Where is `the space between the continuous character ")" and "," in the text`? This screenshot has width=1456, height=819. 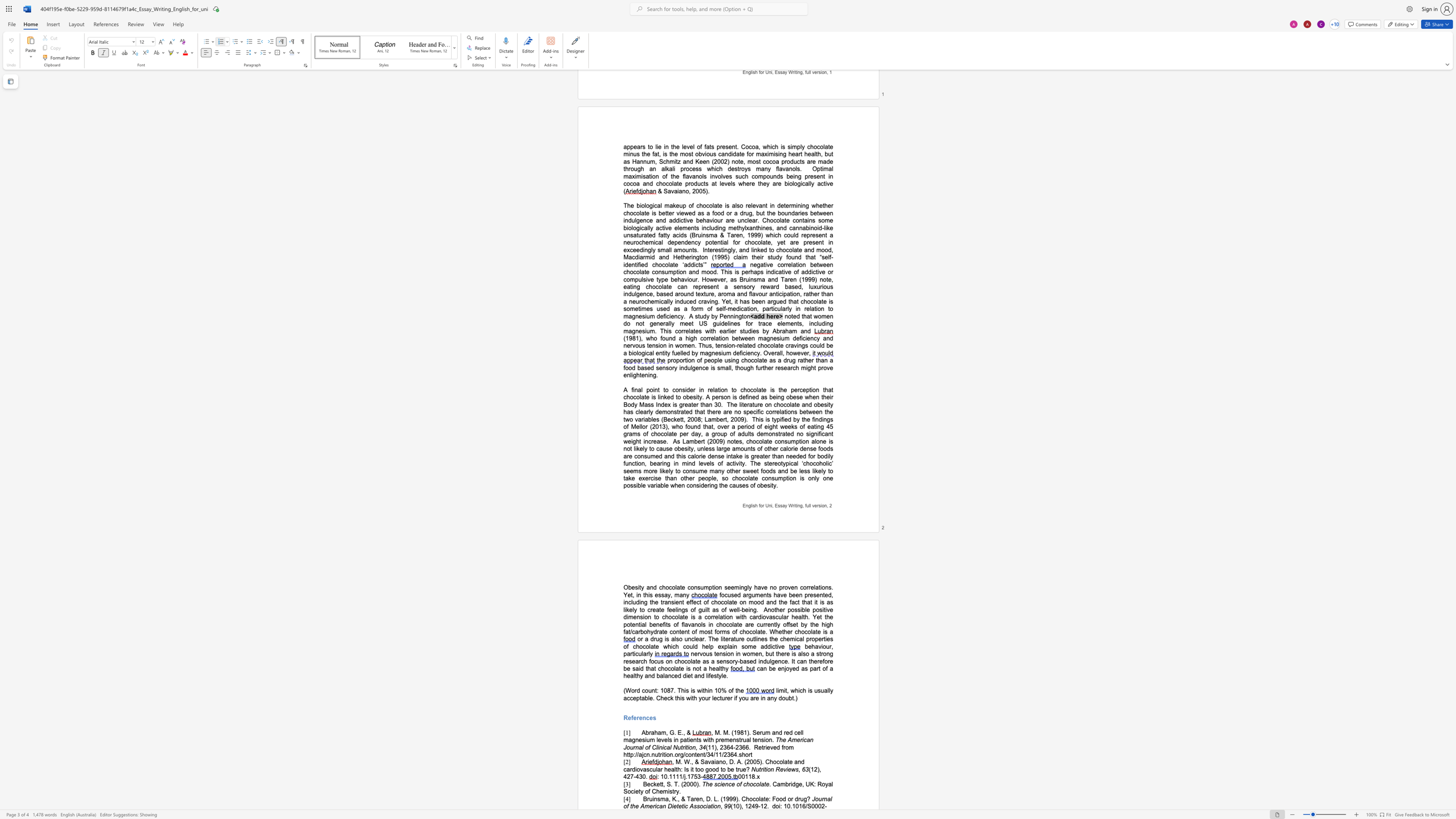
the space between the continuous character ")" and "," in the text is located at coordinates (741, 806).